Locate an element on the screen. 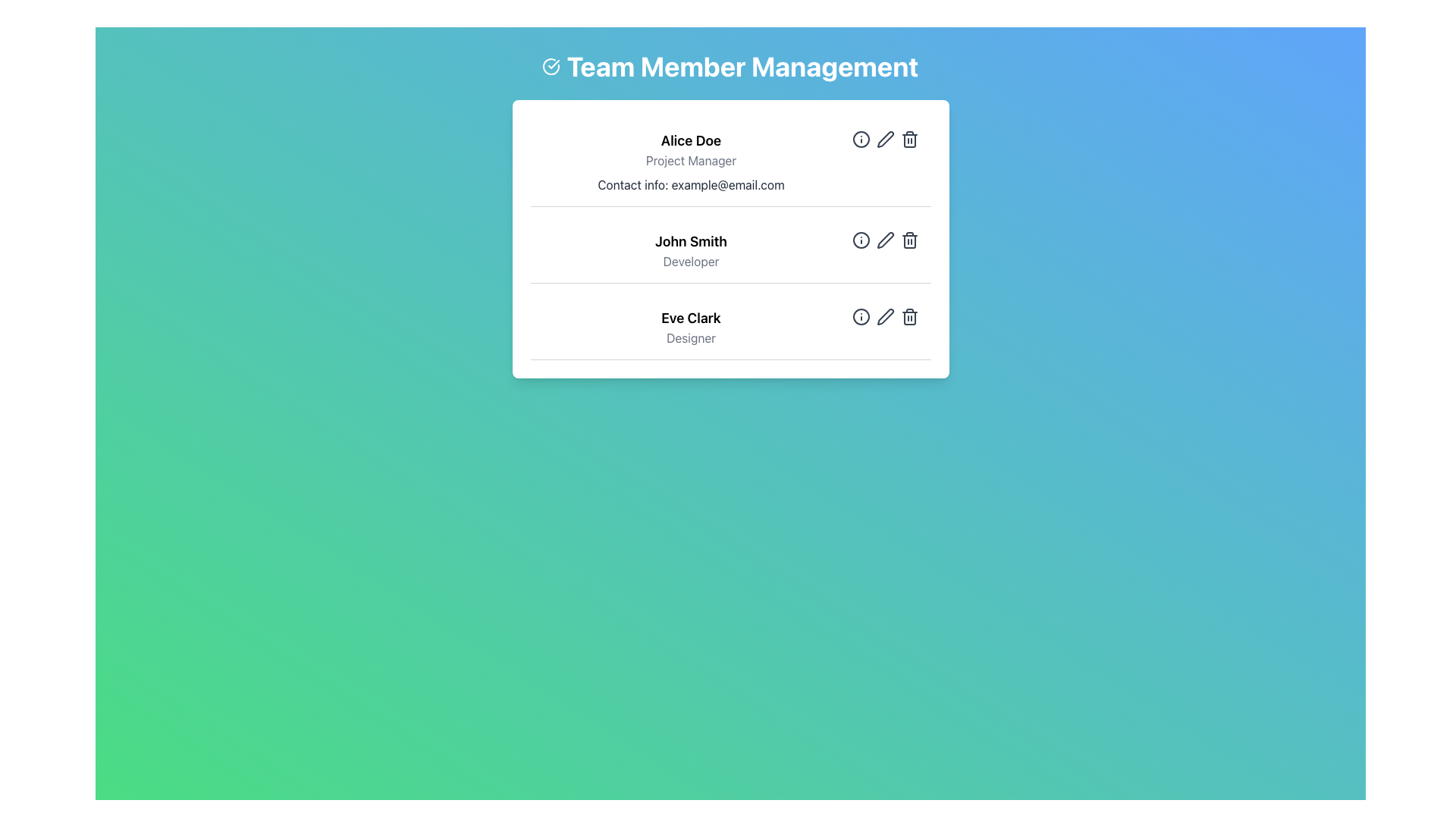 The height and width of the screenshot is (819, 1456). the edit icon located in the second row of John Smith's entry card, positioned as the middle item among three action buttons aligned horizontally to the right side, to initiate editing is located at coordinates (885, 239).